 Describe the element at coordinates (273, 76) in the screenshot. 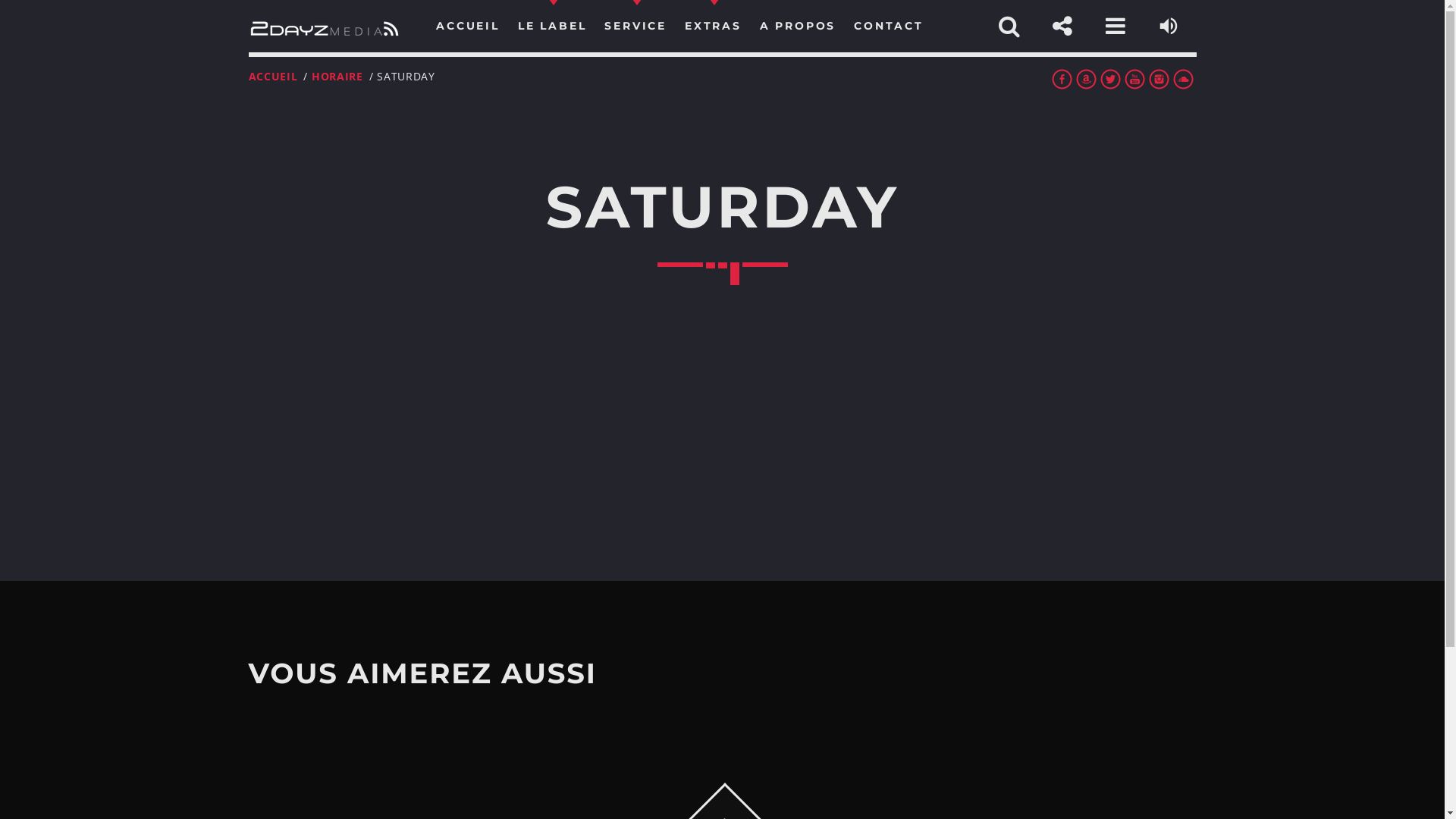

I see `'ACCUEIL'` at that location.